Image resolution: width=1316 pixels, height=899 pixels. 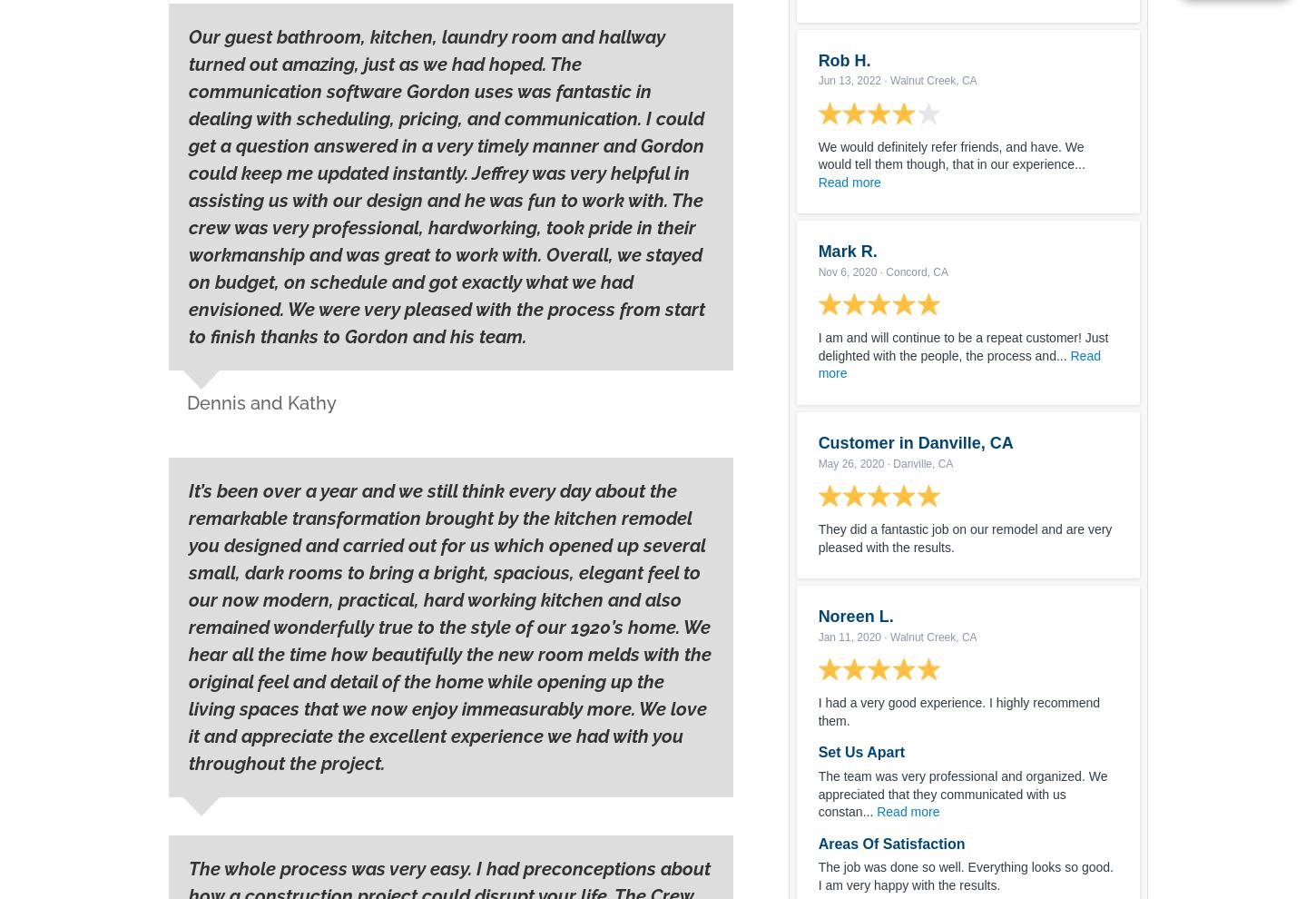 I want to click on 'Dennis and Kathy', so click(x=261, y=402).